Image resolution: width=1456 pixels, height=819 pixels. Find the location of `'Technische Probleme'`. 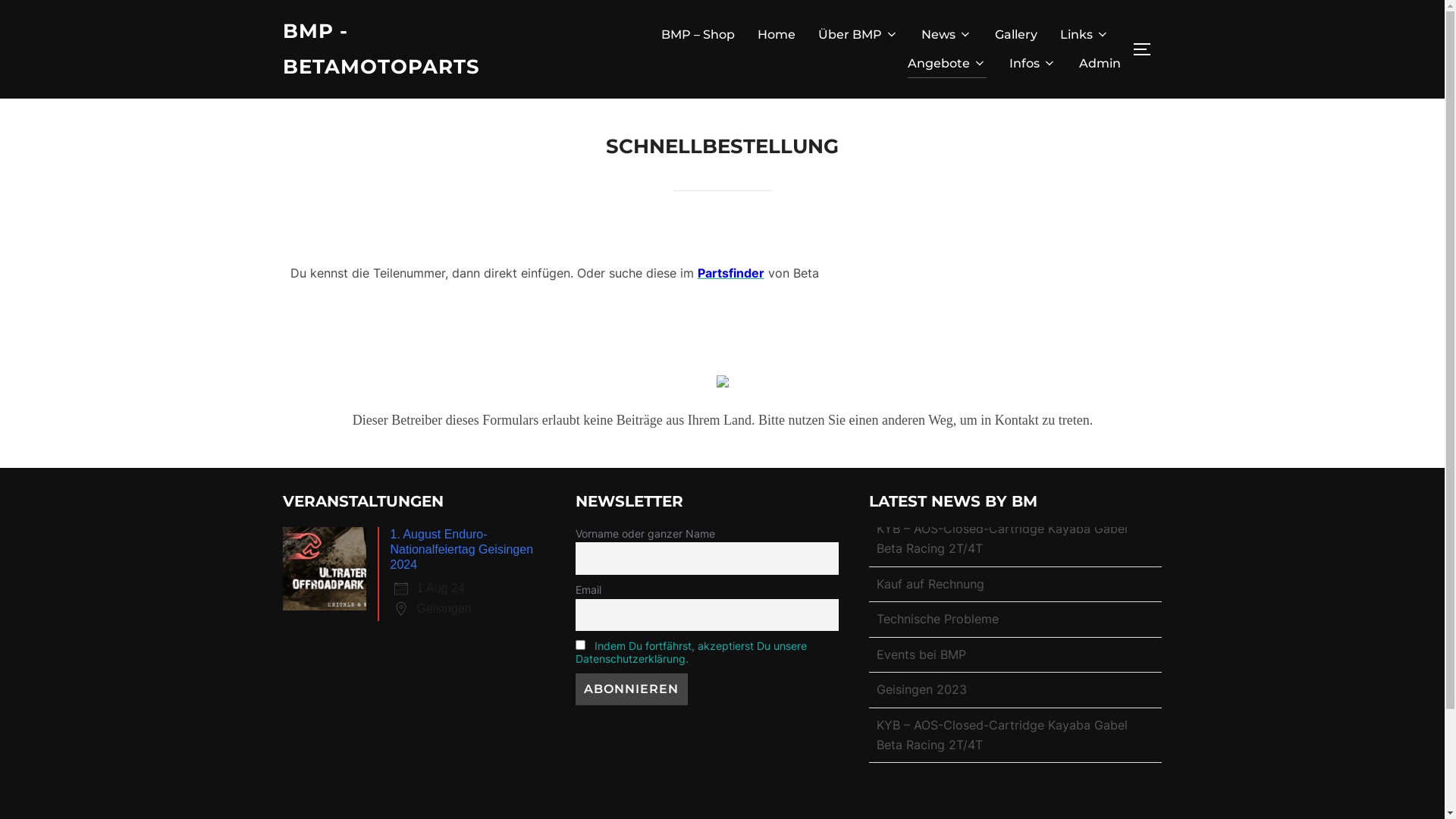

'Technische Probleme' is located at coordinates (937, 634).